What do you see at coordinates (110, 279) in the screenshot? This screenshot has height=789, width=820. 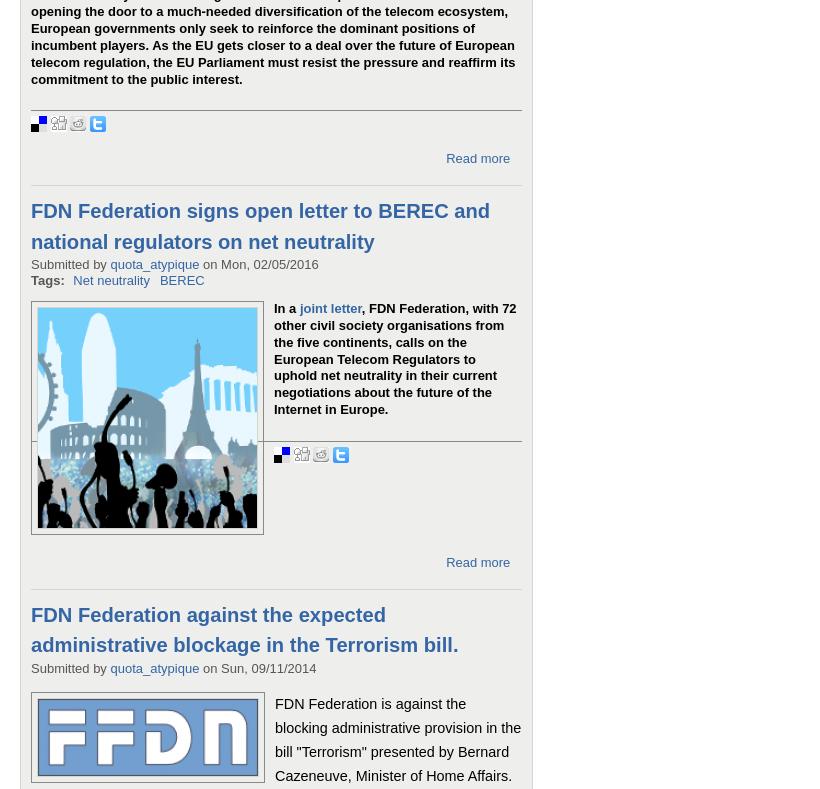 I see `'Net neutrality'` at bounding box center [110, 279].